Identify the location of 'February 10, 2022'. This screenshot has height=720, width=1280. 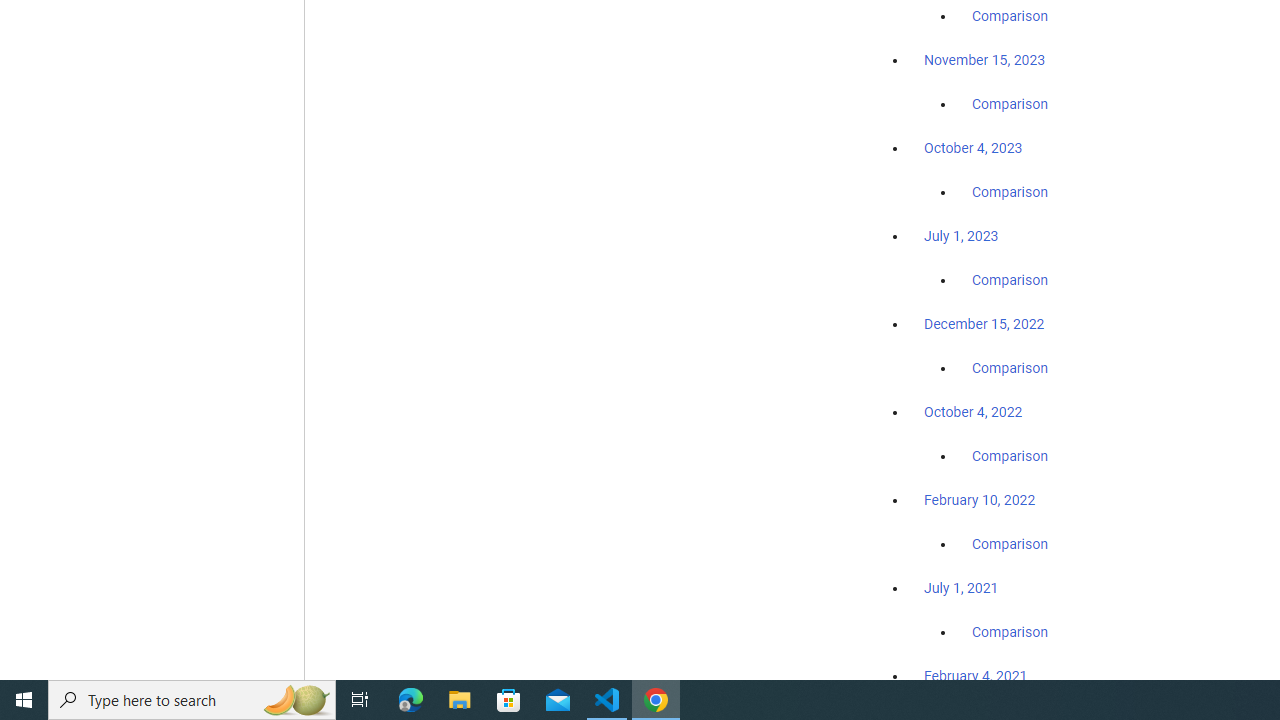
(979, 499).